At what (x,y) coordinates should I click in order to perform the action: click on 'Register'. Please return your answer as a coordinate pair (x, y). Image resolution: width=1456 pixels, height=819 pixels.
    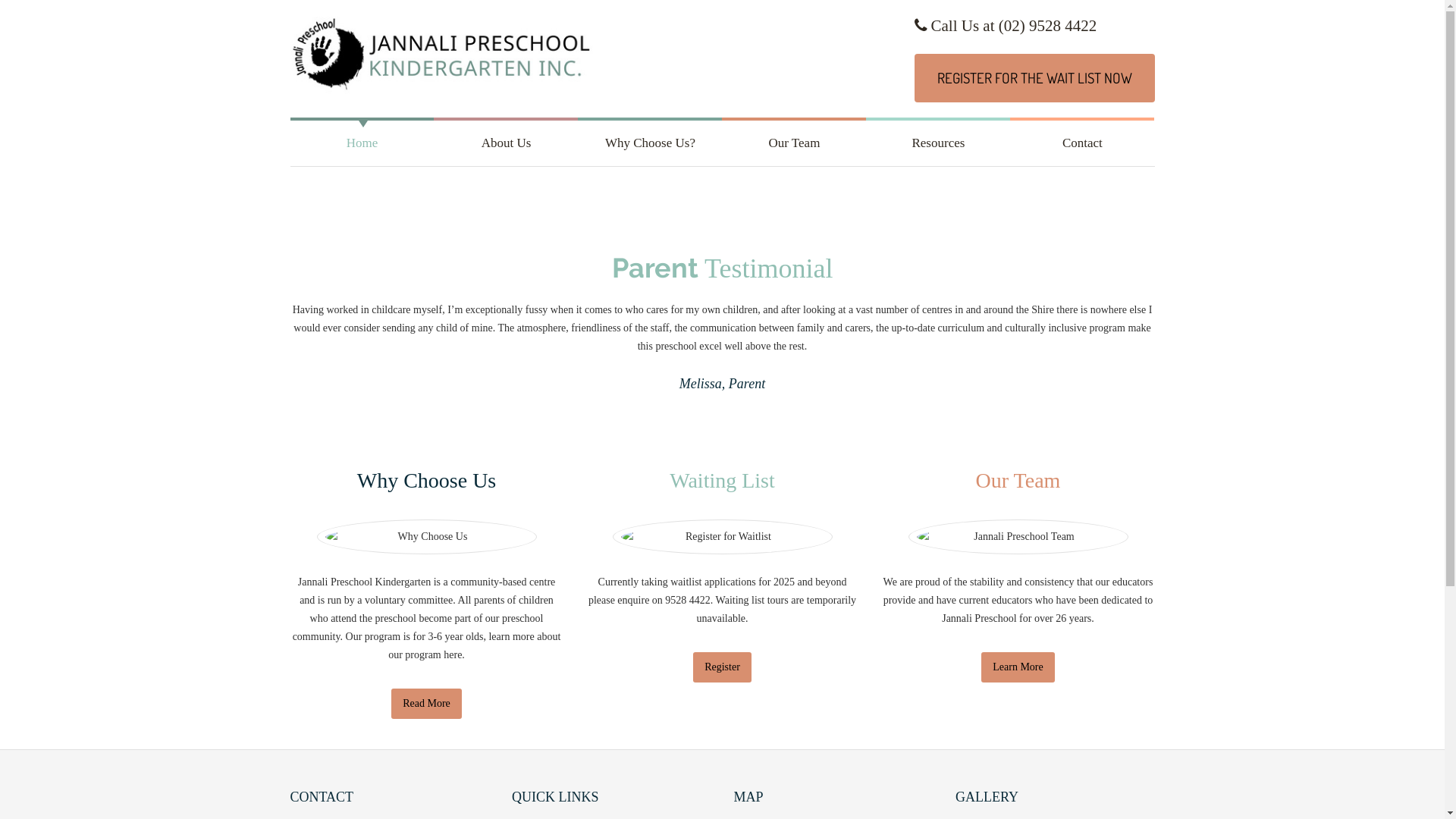
    Looking at the image, I should click on (721, 666).